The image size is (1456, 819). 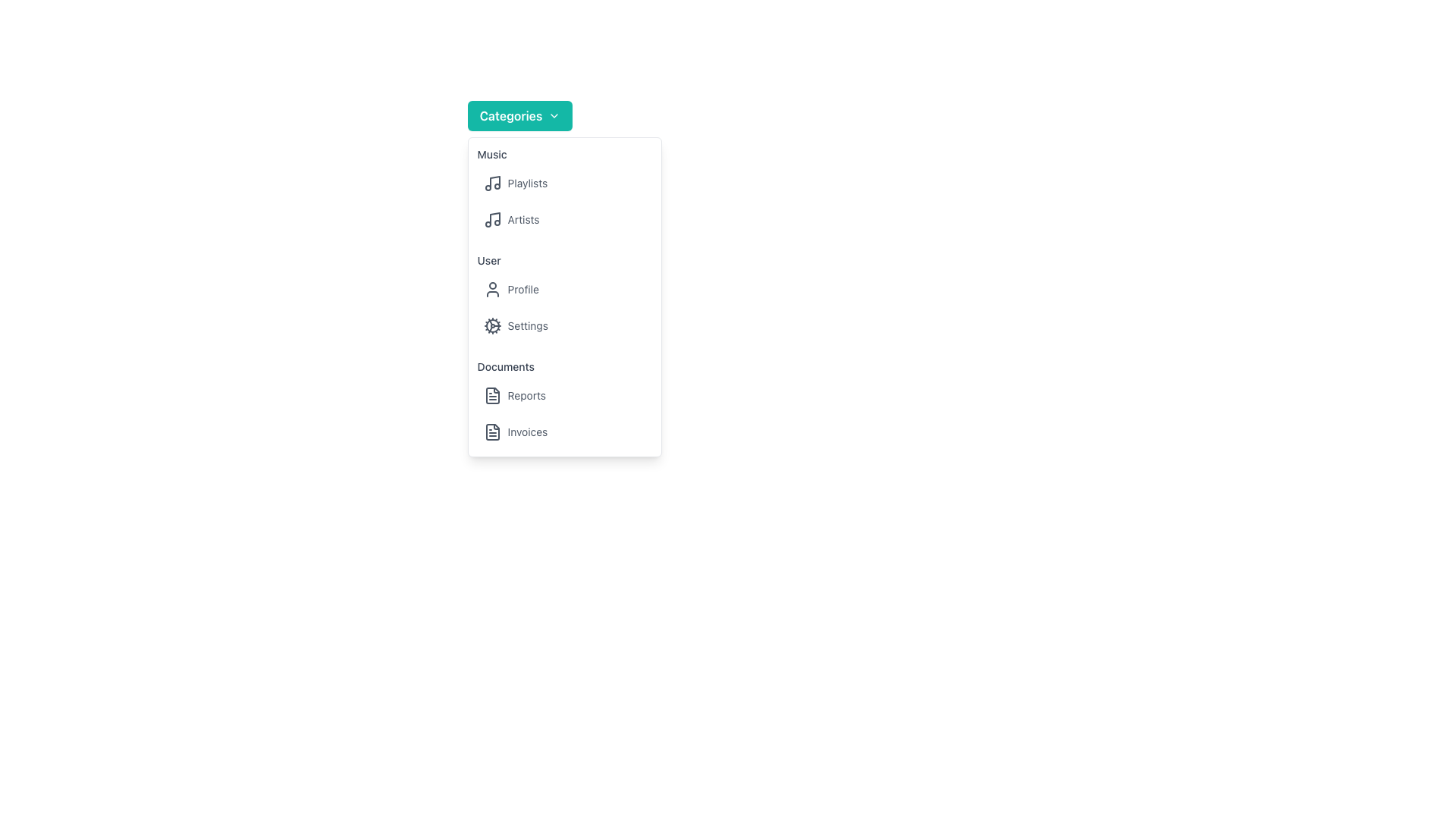 What do you see at coordinates (526, 394) in the screenshot?
I see `text from the Static Text Label for the 'Reports' section, which is the first item in the 'Documents' dropdown menu` at bounding box center [526, 394].